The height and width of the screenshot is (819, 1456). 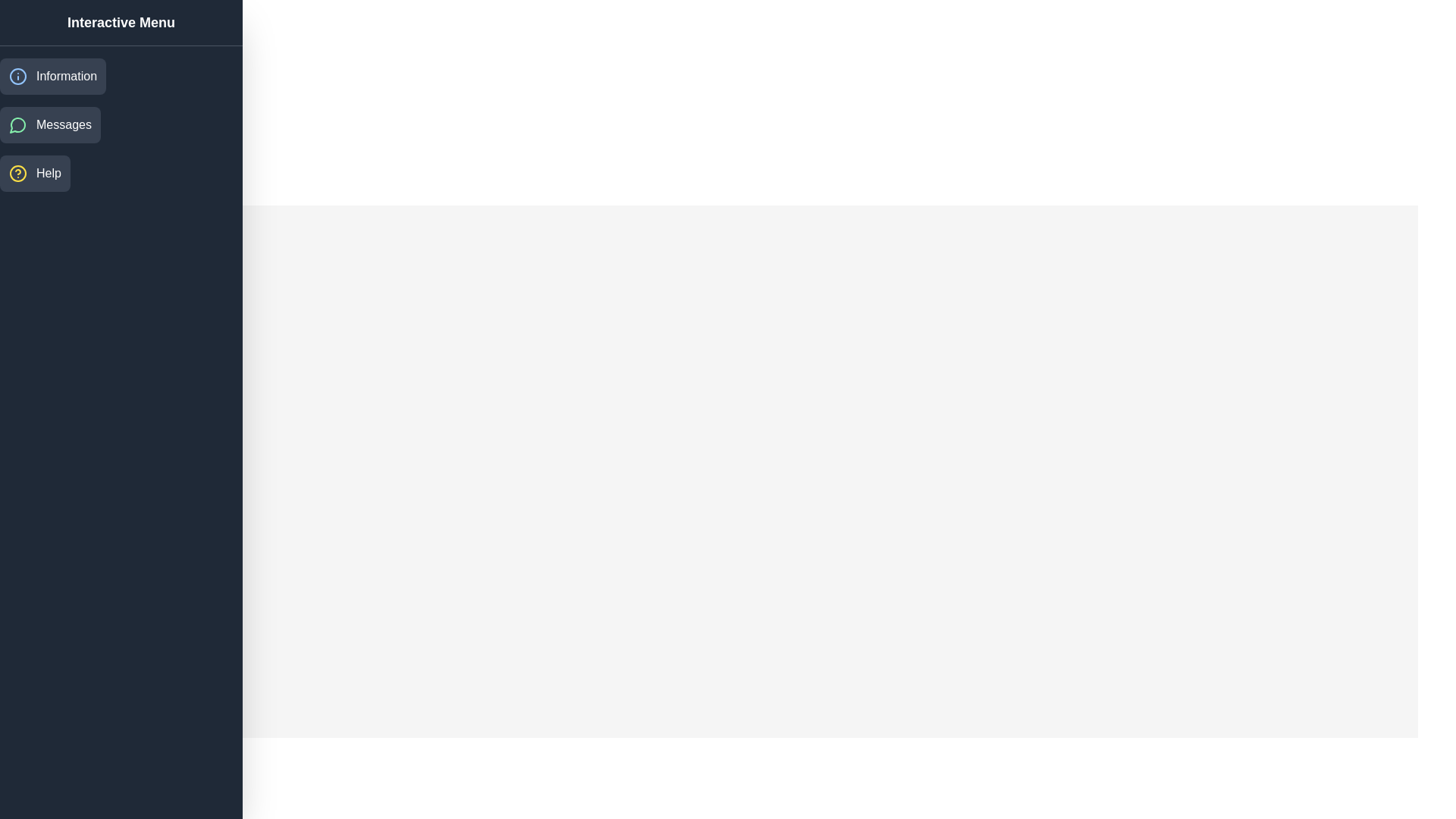 What do you see at coordinates (17, 124) in the screenshot?
I see `the speech bubble icon with a green outline located in the 'Messages' option of the vertical menu` at bounding box center [17, 124].